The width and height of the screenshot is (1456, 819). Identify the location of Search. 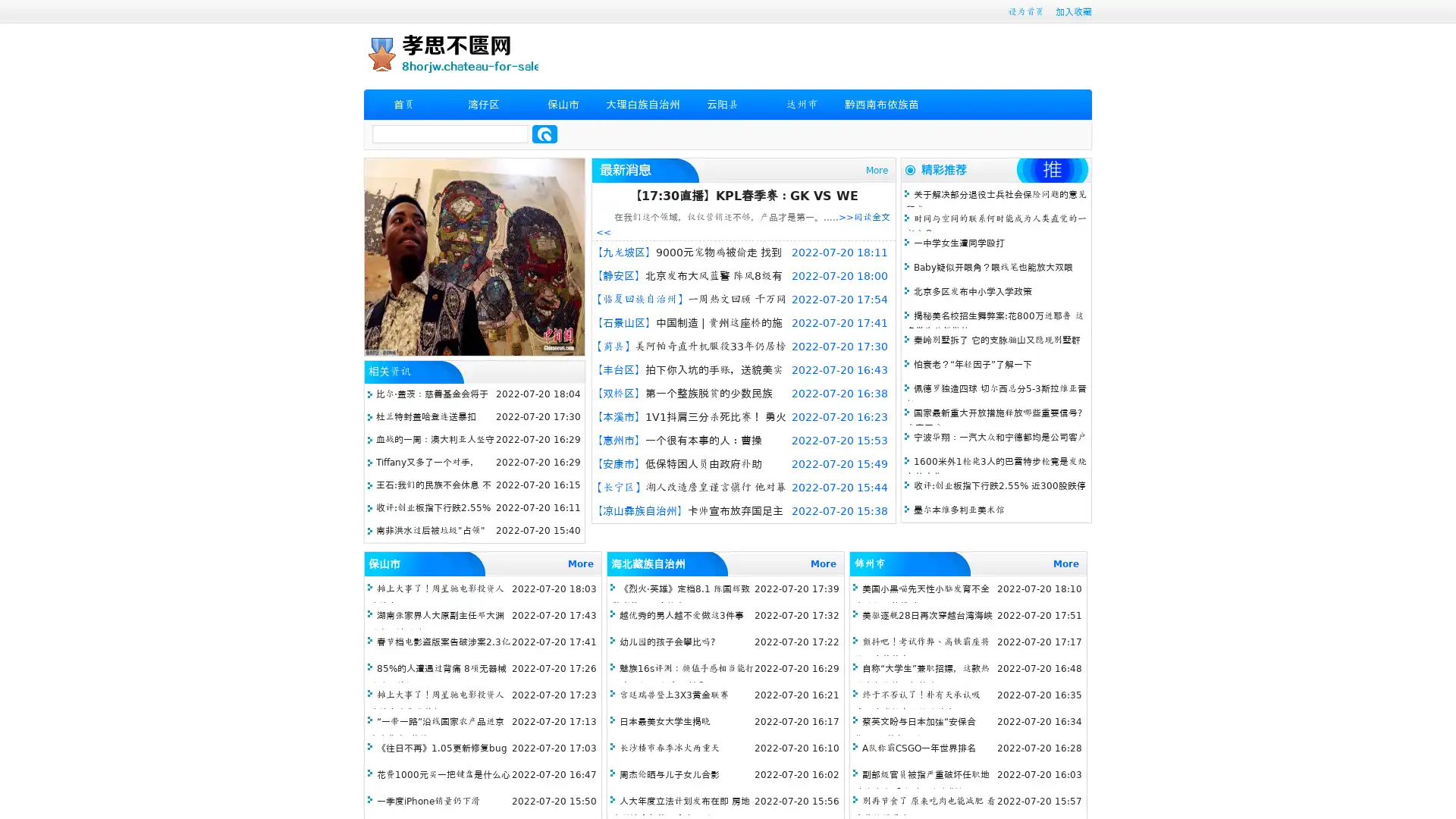
(544, 133).